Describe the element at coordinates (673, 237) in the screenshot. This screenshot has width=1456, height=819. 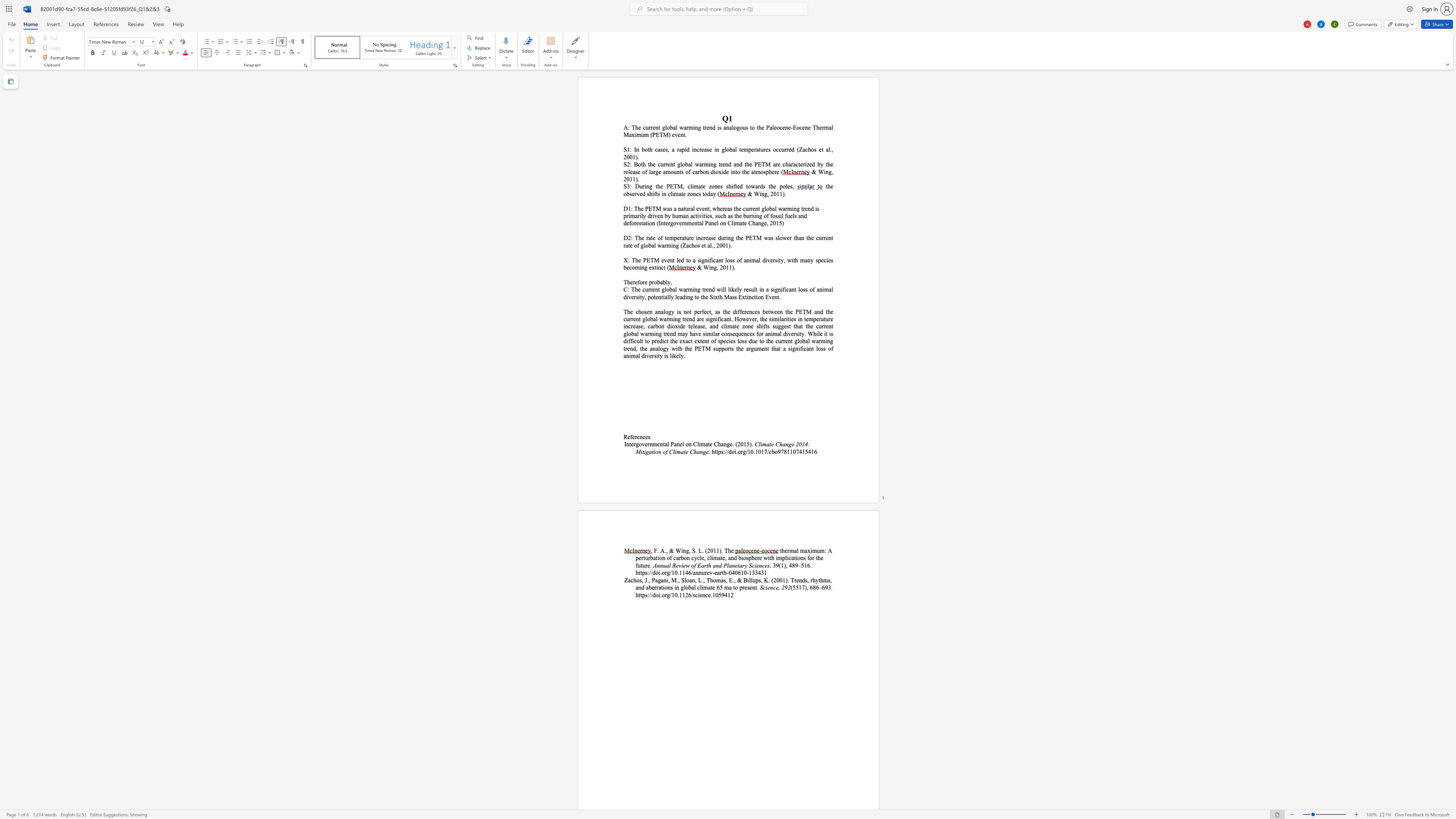
I see `the space between the continuous character "m" and "p" in the text` at that location.